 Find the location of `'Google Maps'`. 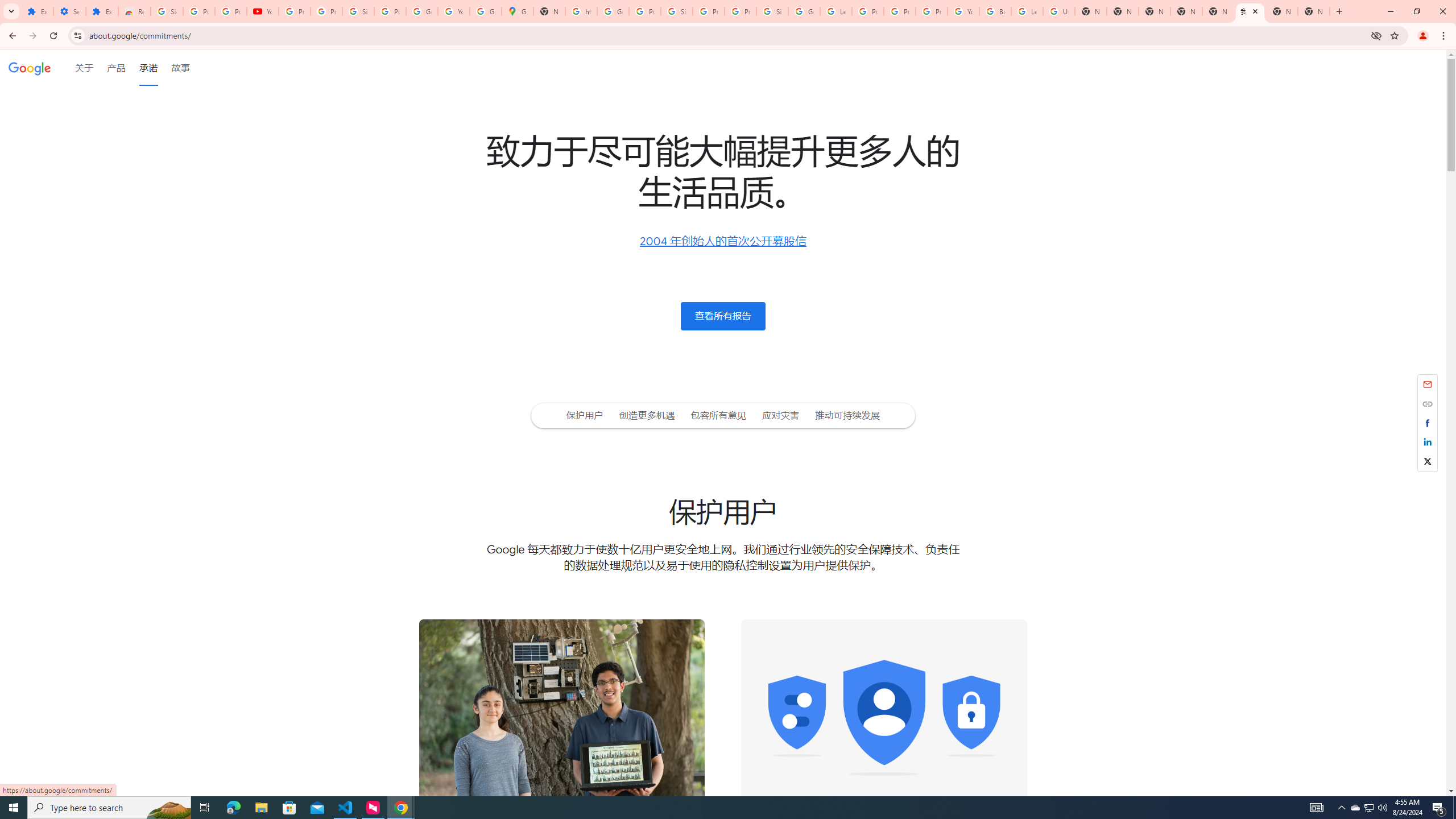

'Google Maps' is located at coordinates (517, 11).